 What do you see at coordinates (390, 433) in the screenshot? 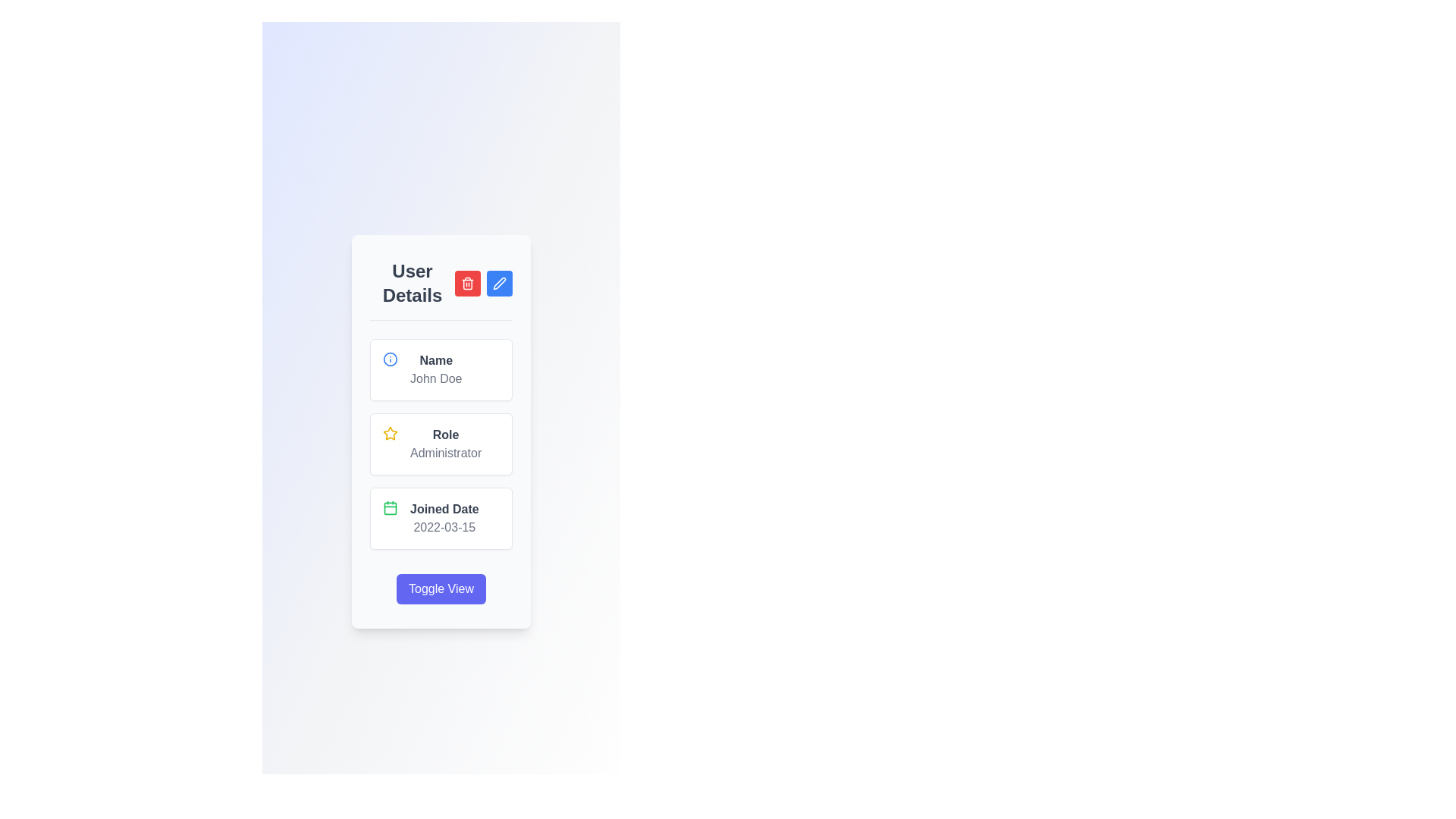
I see `the star icon that marks the importance of the 'Role' section, positioned to the left of the text 'Role' and above its description 'Administrator'` at bounding box center [390, 433].